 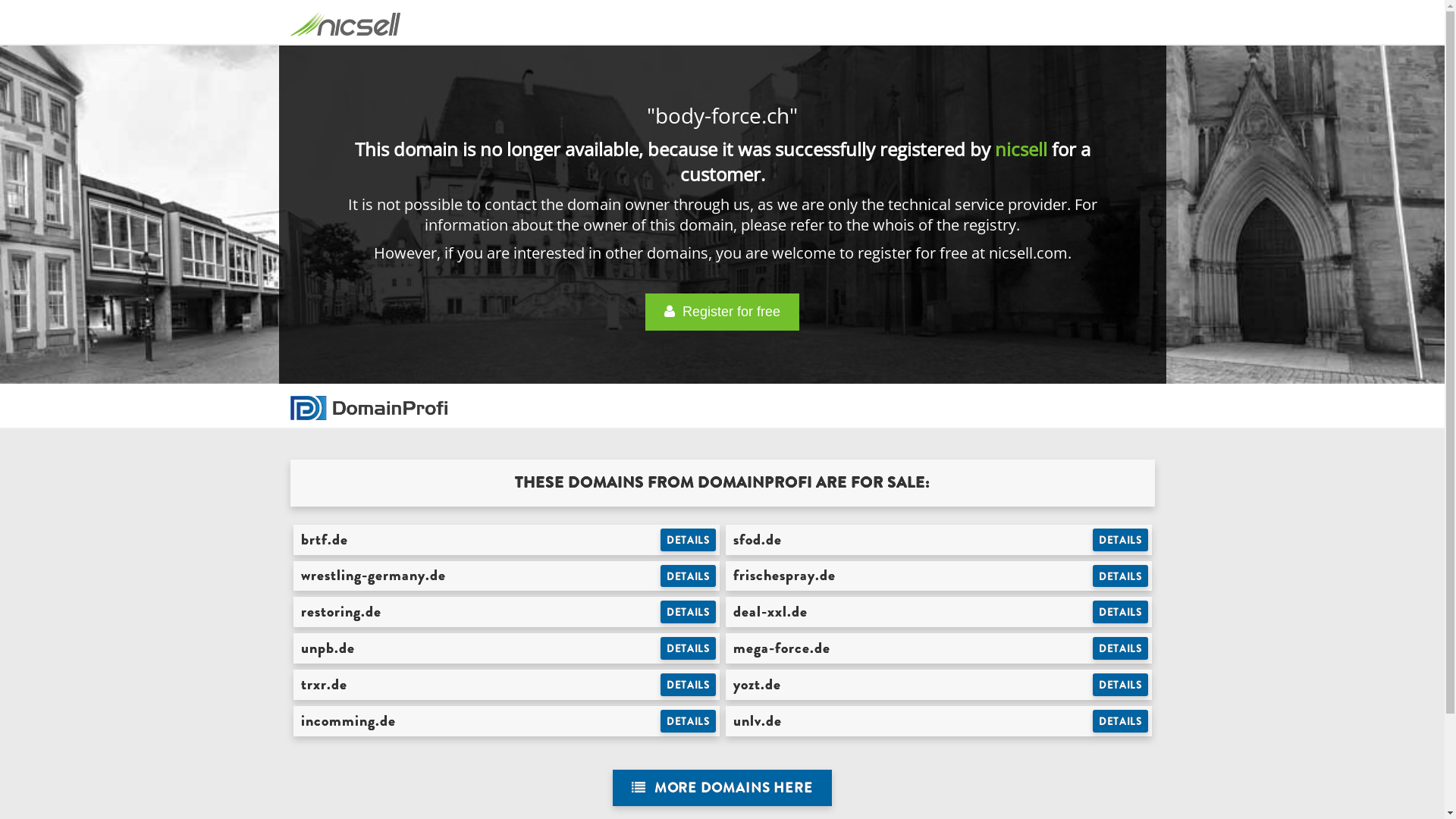 I want to click on 'DETAILS', so click(x=687, y=610).